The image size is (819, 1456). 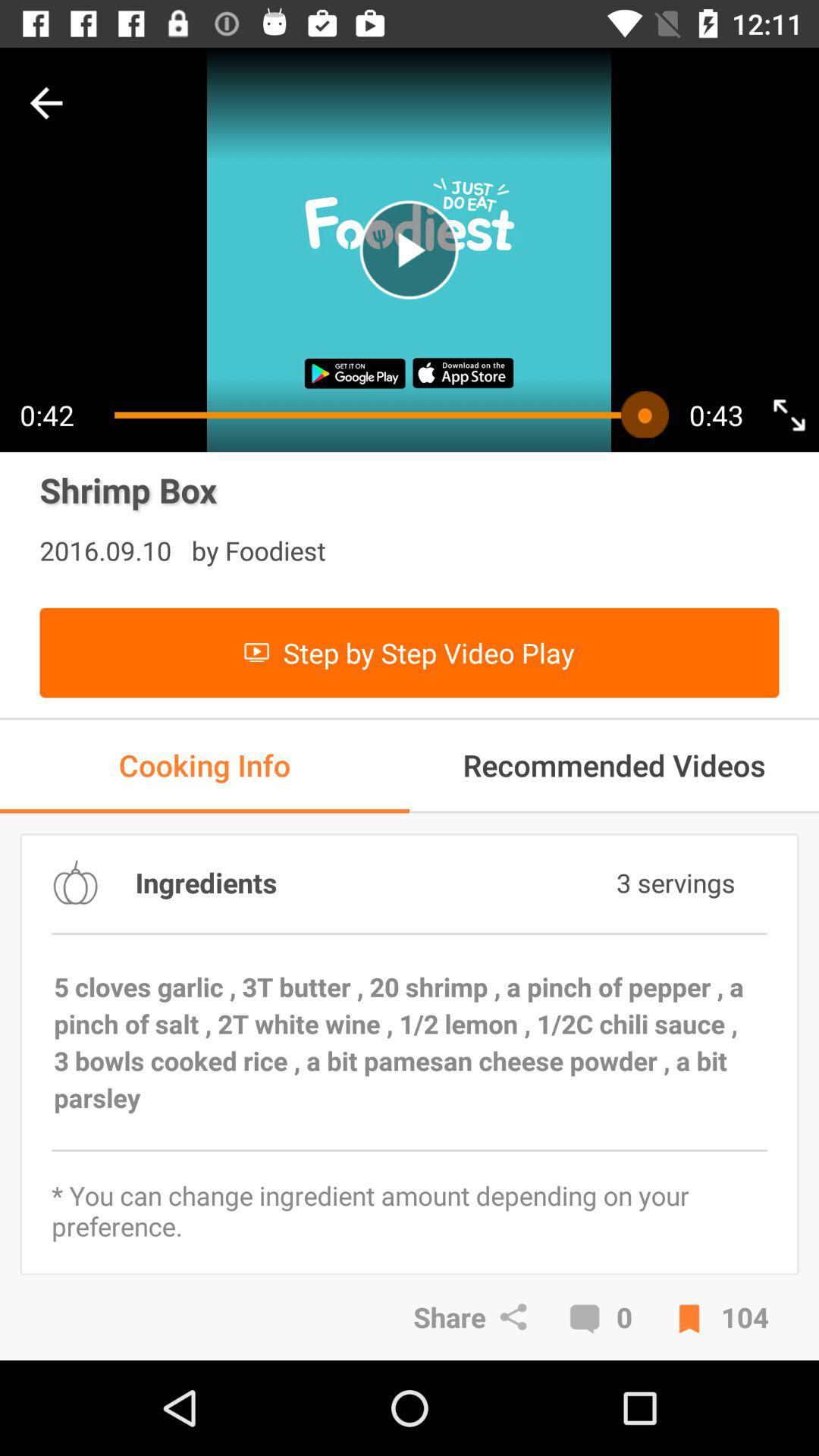 I want to click on exton page, so click(x=788, y=415).